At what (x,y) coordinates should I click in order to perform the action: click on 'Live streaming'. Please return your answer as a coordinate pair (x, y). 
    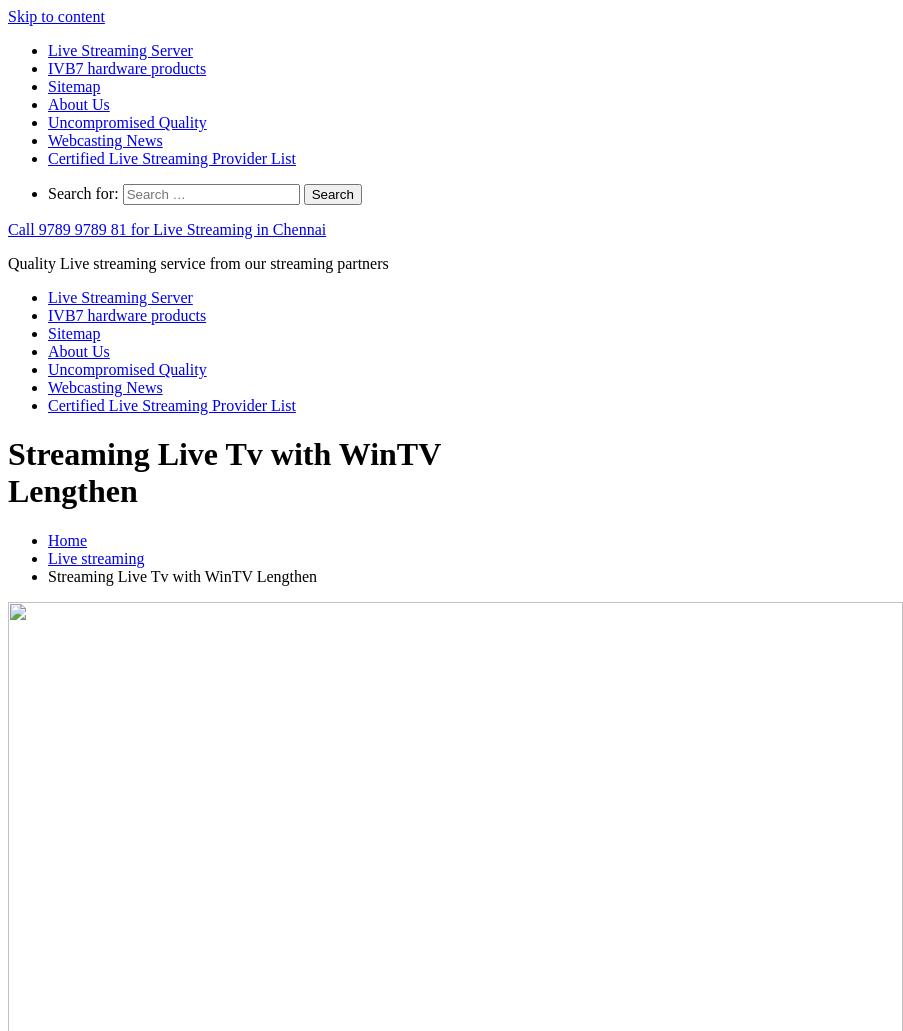
    Looking at the image, I should click on (95, 556).